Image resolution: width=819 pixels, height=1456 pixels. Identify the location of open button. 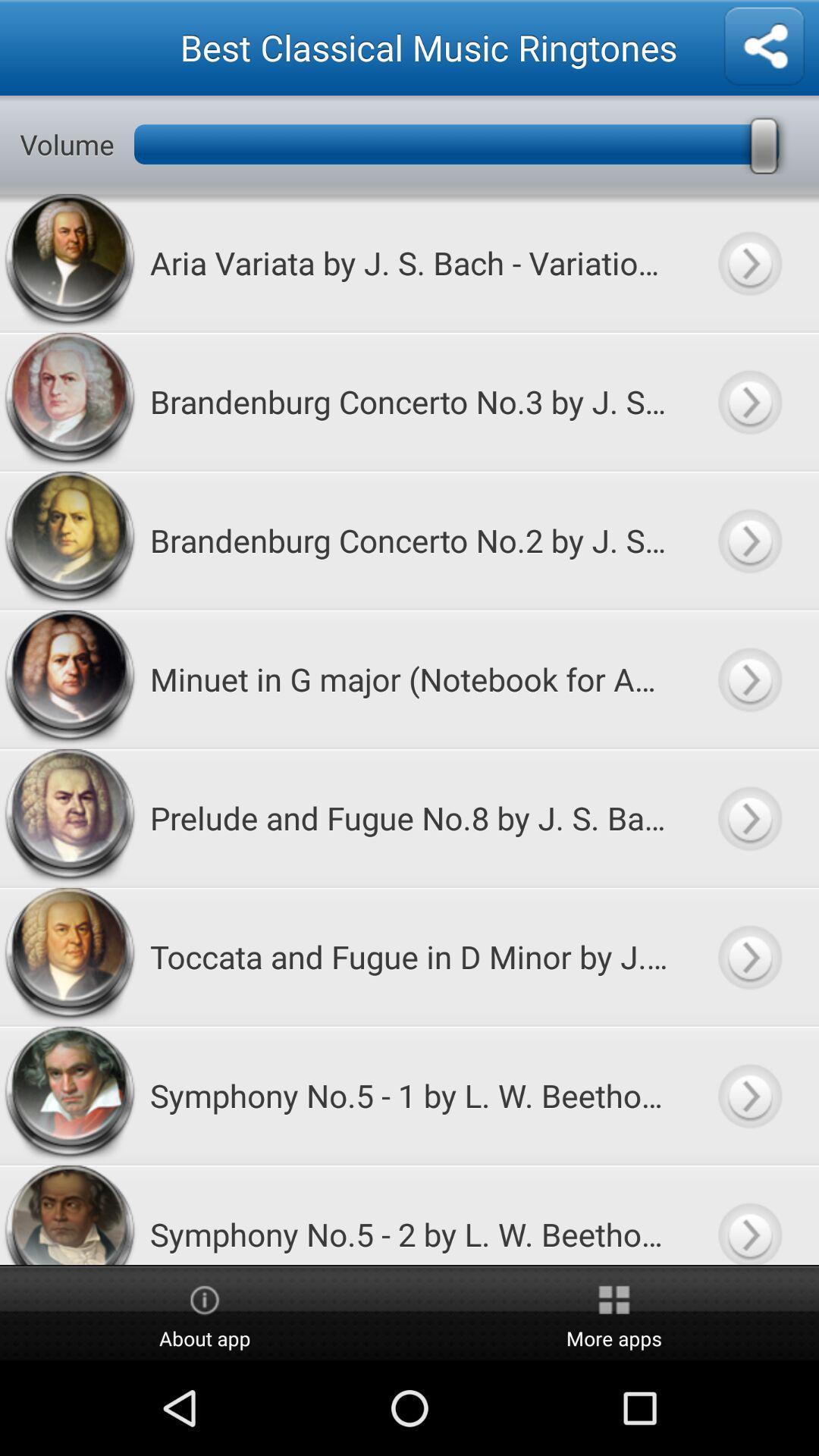
(748, 817).